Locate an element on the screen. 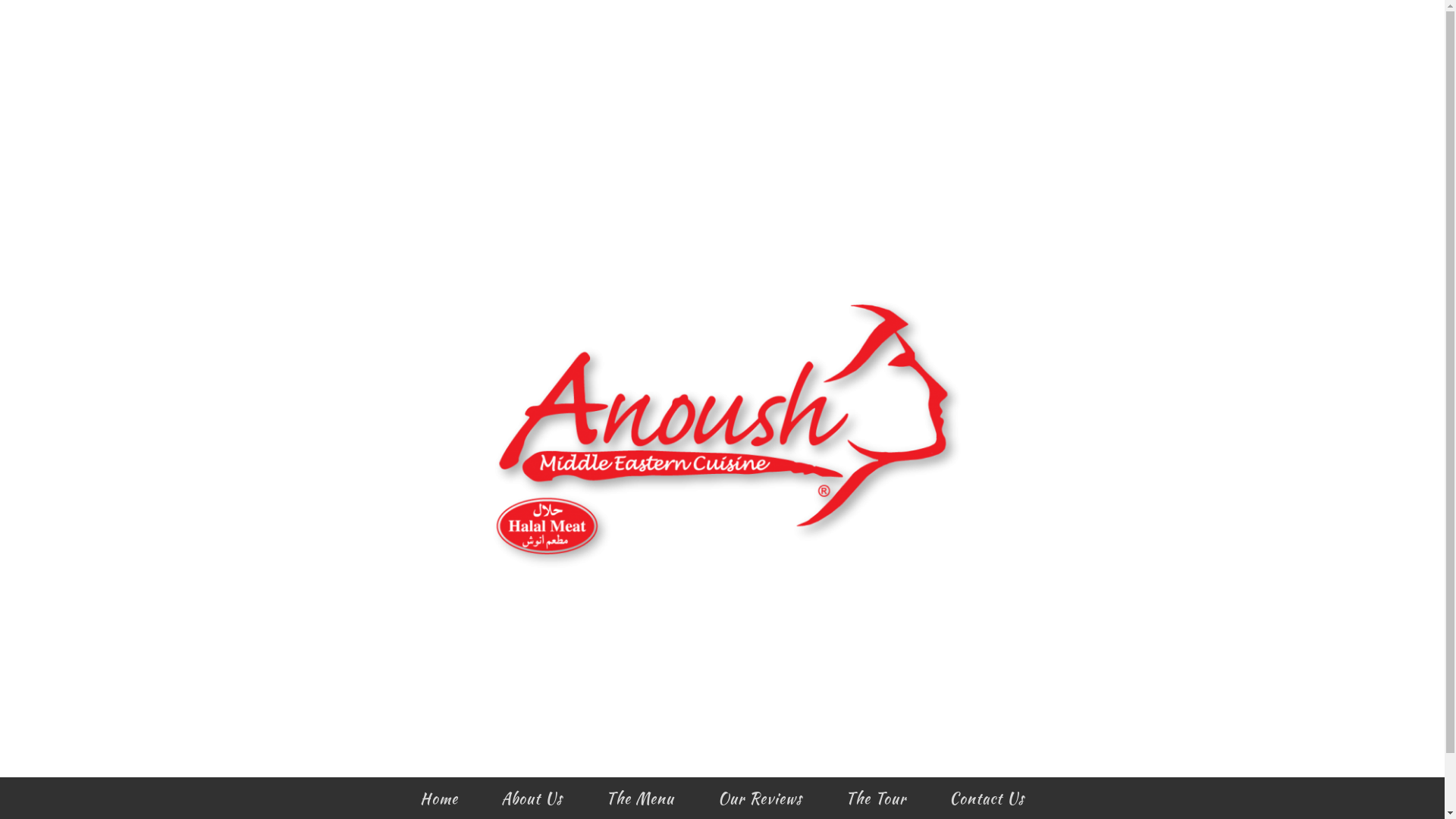  'The Menu' is located at coordinates (640, 799).